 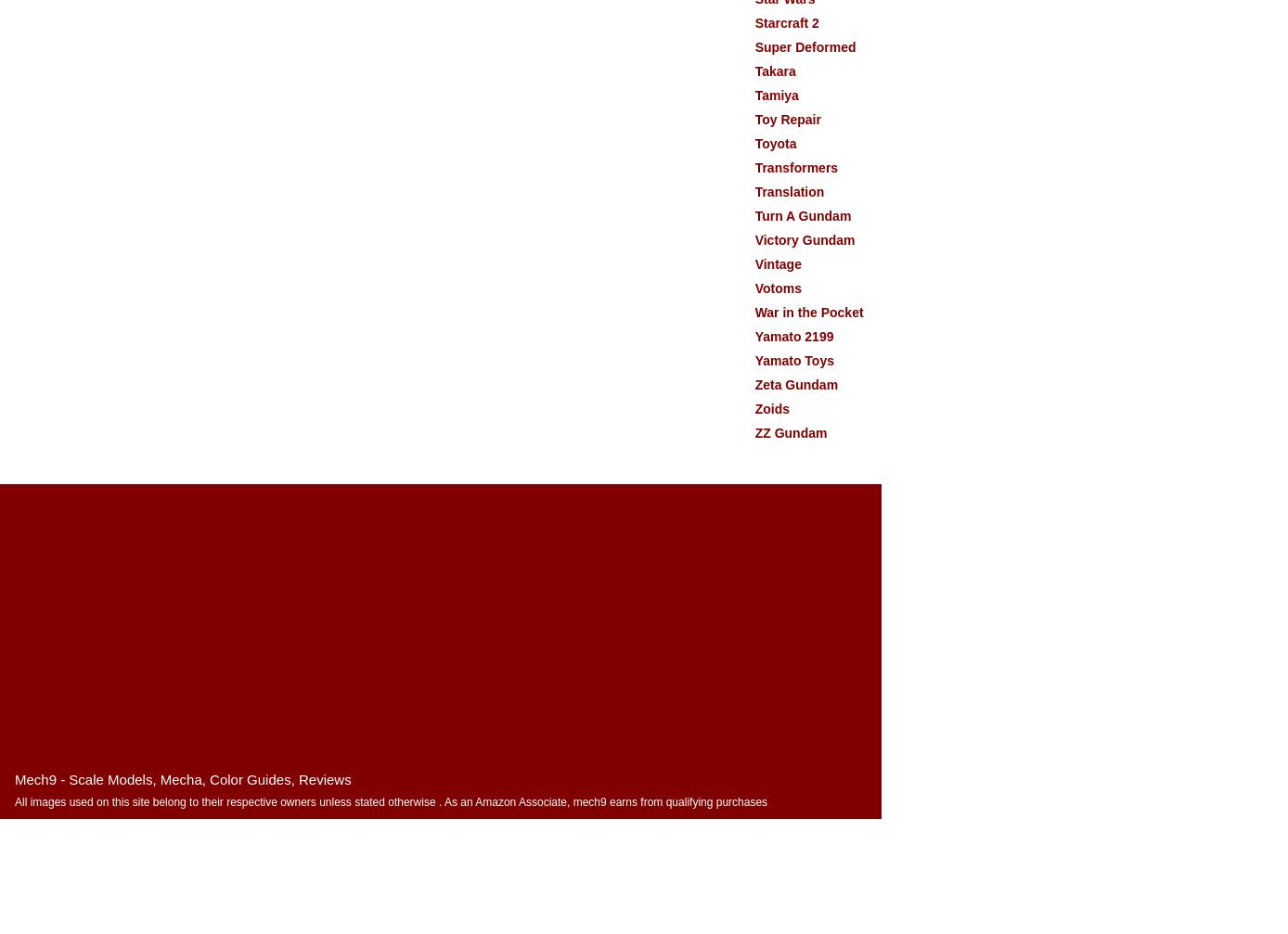 What do you see at coordinates (753, 361) in the screenshot?
I see `'Yamato Toys'` at bounding box center [753, 361].